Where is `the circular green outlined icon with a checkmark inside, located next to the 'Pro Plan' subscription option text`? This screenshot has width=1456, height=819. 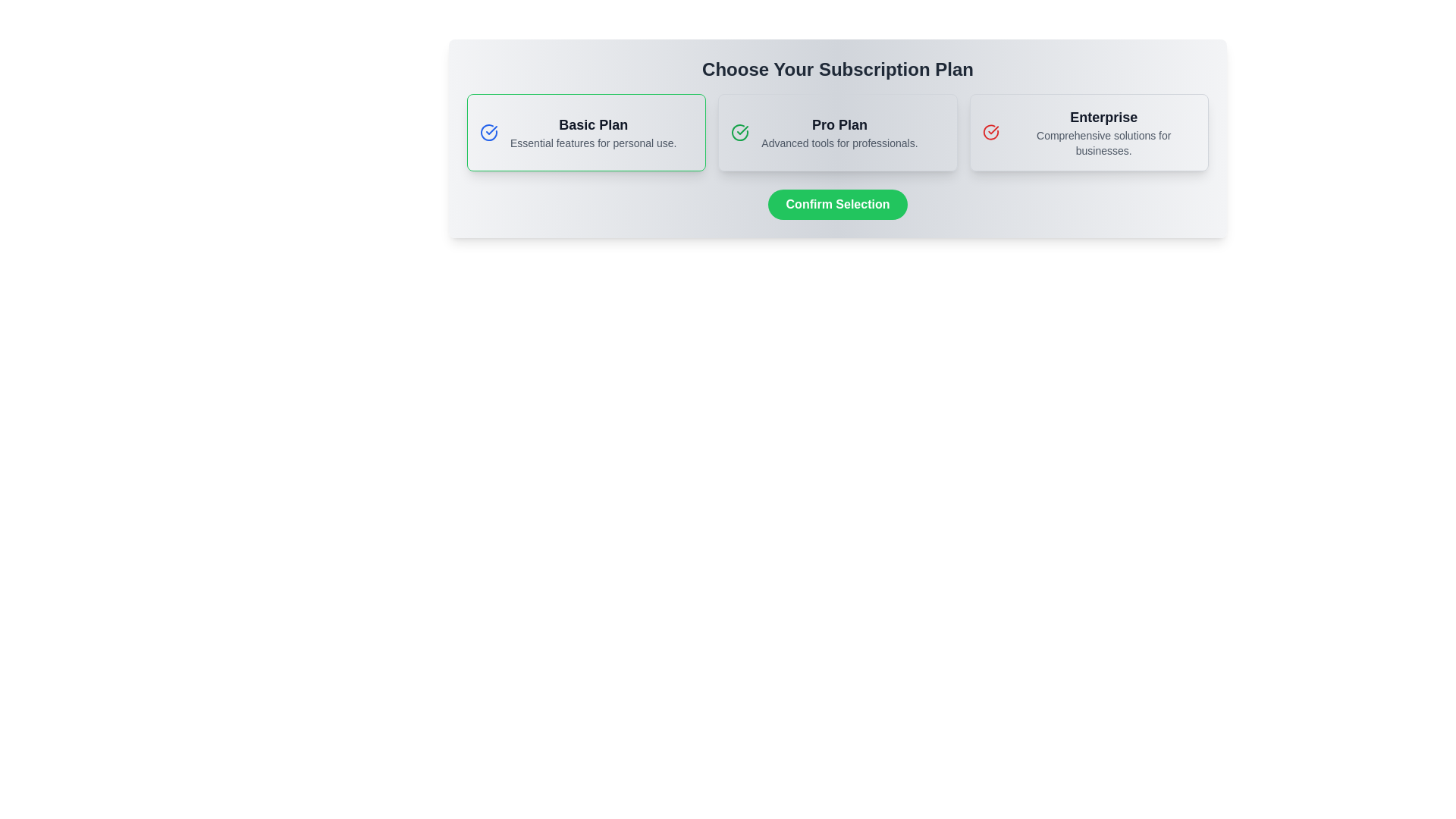 the circular green outlined icon with a checkmark inside, located next to the 'Pro Plan' subscription option text is located at coordinates (740, 131).